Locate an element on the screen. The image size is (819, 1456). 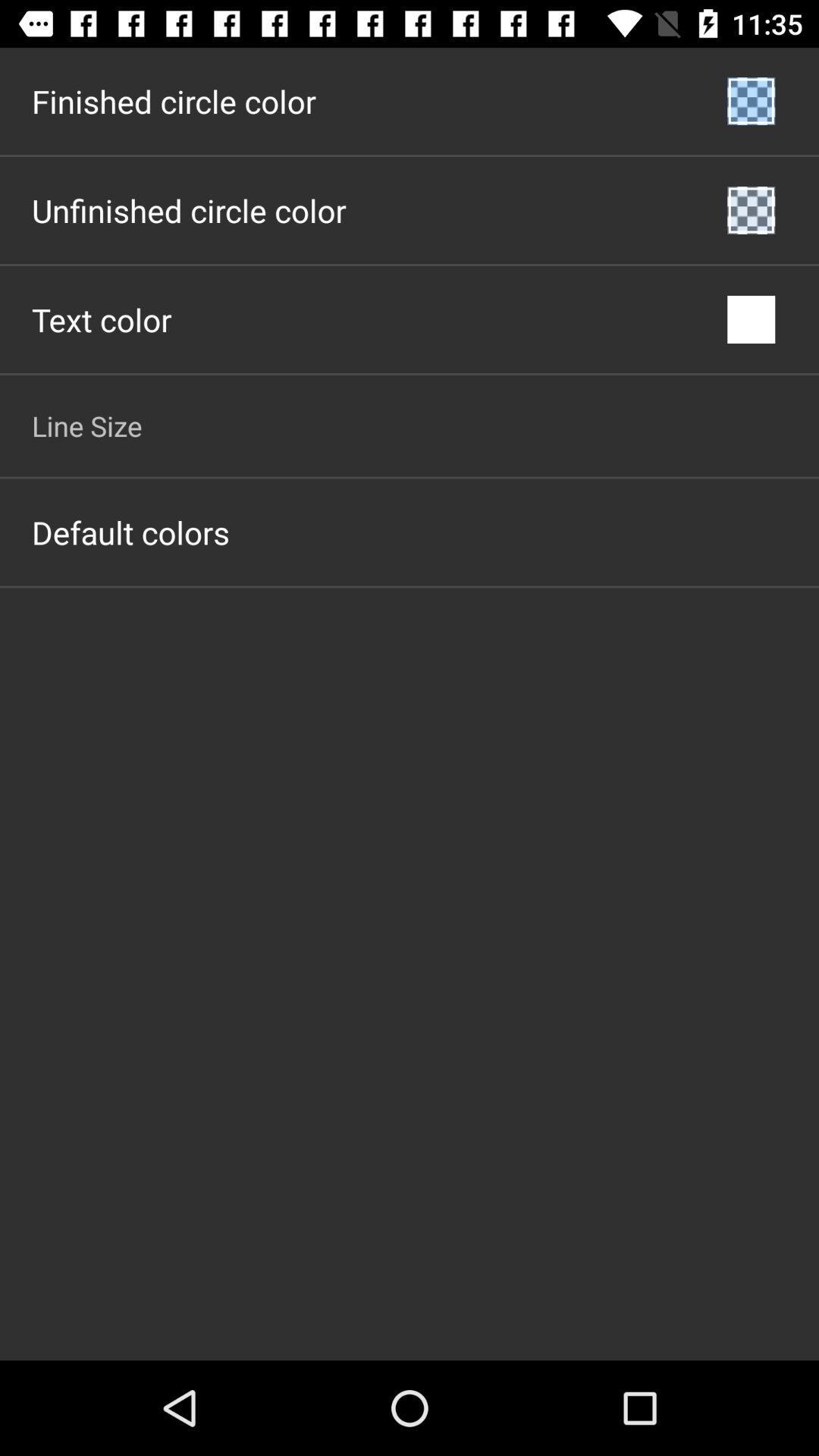
the icon next to the text color item is located at coordinates (751, 318).